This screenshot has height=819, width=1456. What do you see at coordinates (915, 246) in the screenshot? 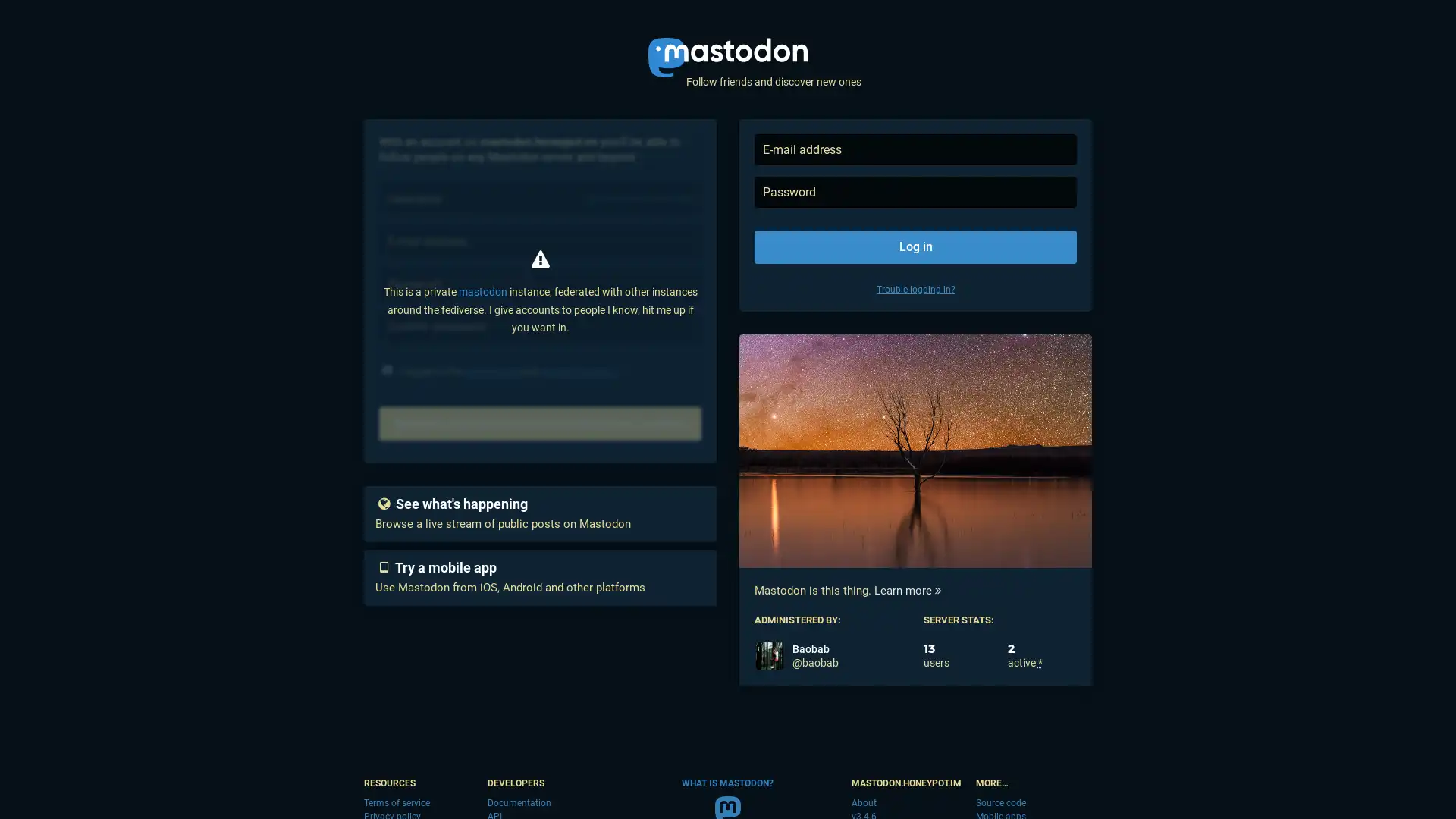
I see `Log in` at bounding box center [915, 246].